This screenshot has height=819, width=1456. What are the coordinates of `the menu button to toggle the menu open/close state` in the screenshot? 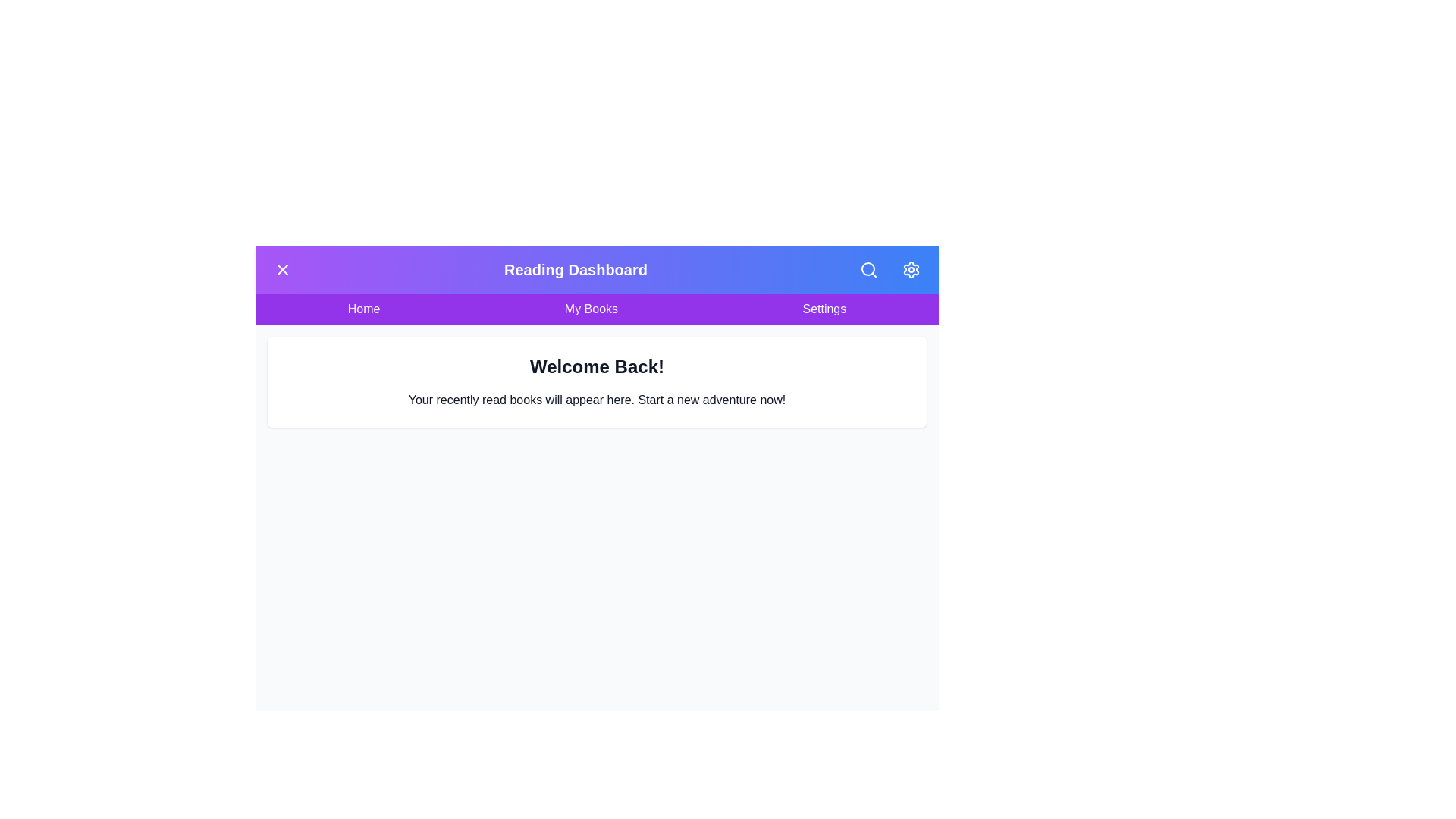 It's located at (283, 268).